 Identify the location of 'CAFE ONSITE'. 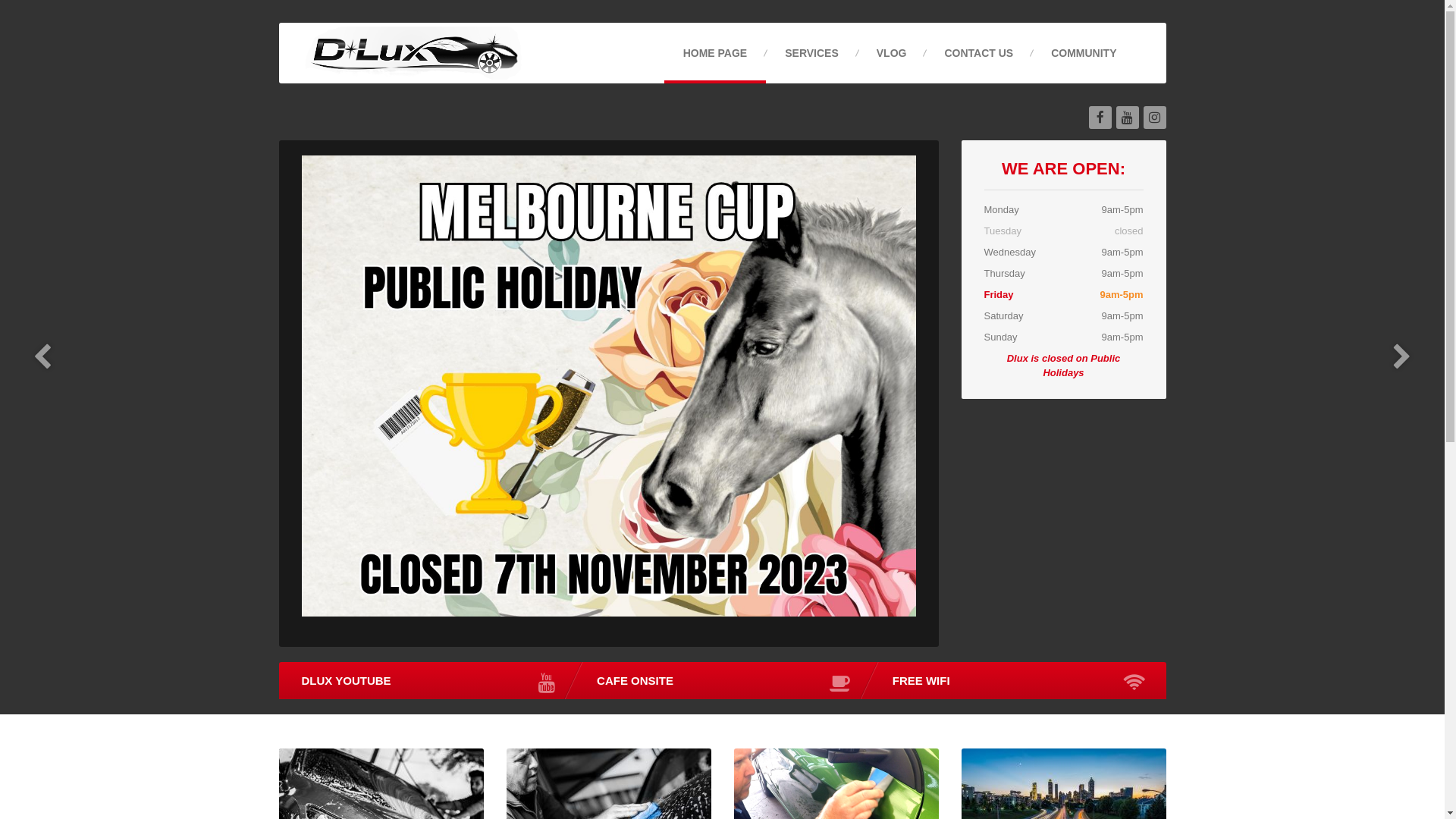
(720, 679).